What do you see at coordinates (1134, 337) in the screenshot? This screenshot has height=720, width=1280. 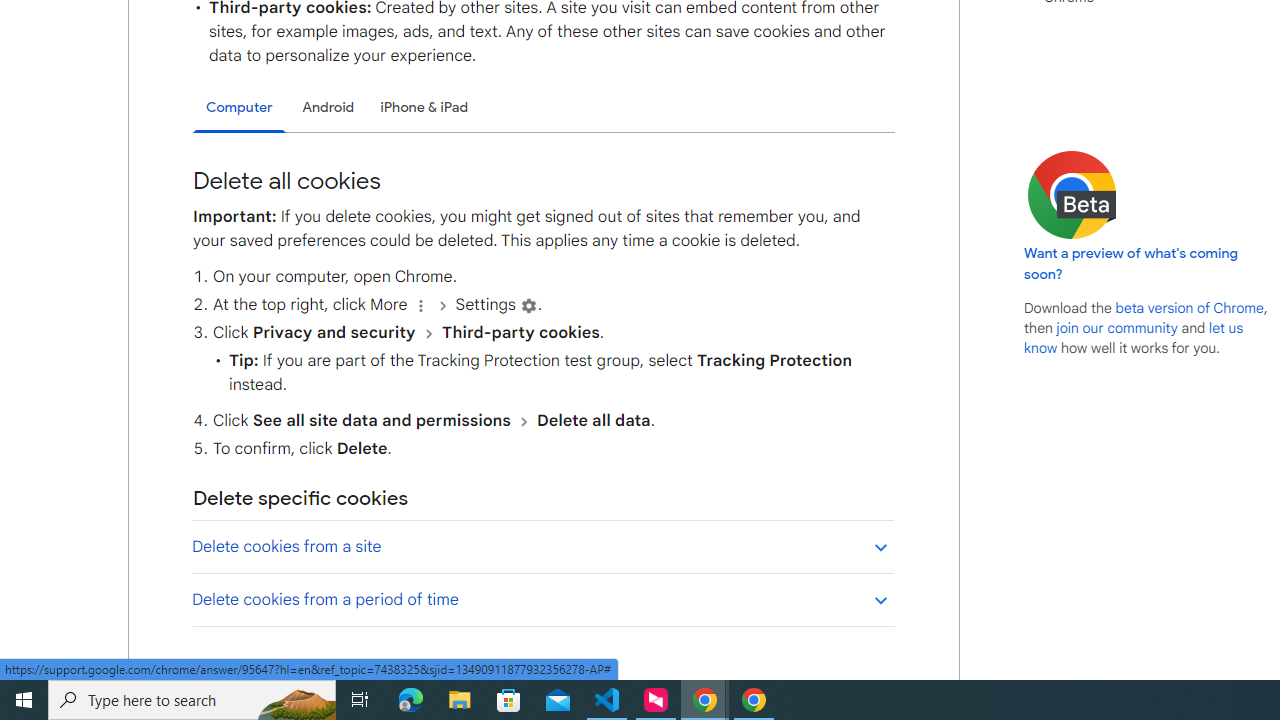 I see `'let us know'` at bounding box center [1134, 337].